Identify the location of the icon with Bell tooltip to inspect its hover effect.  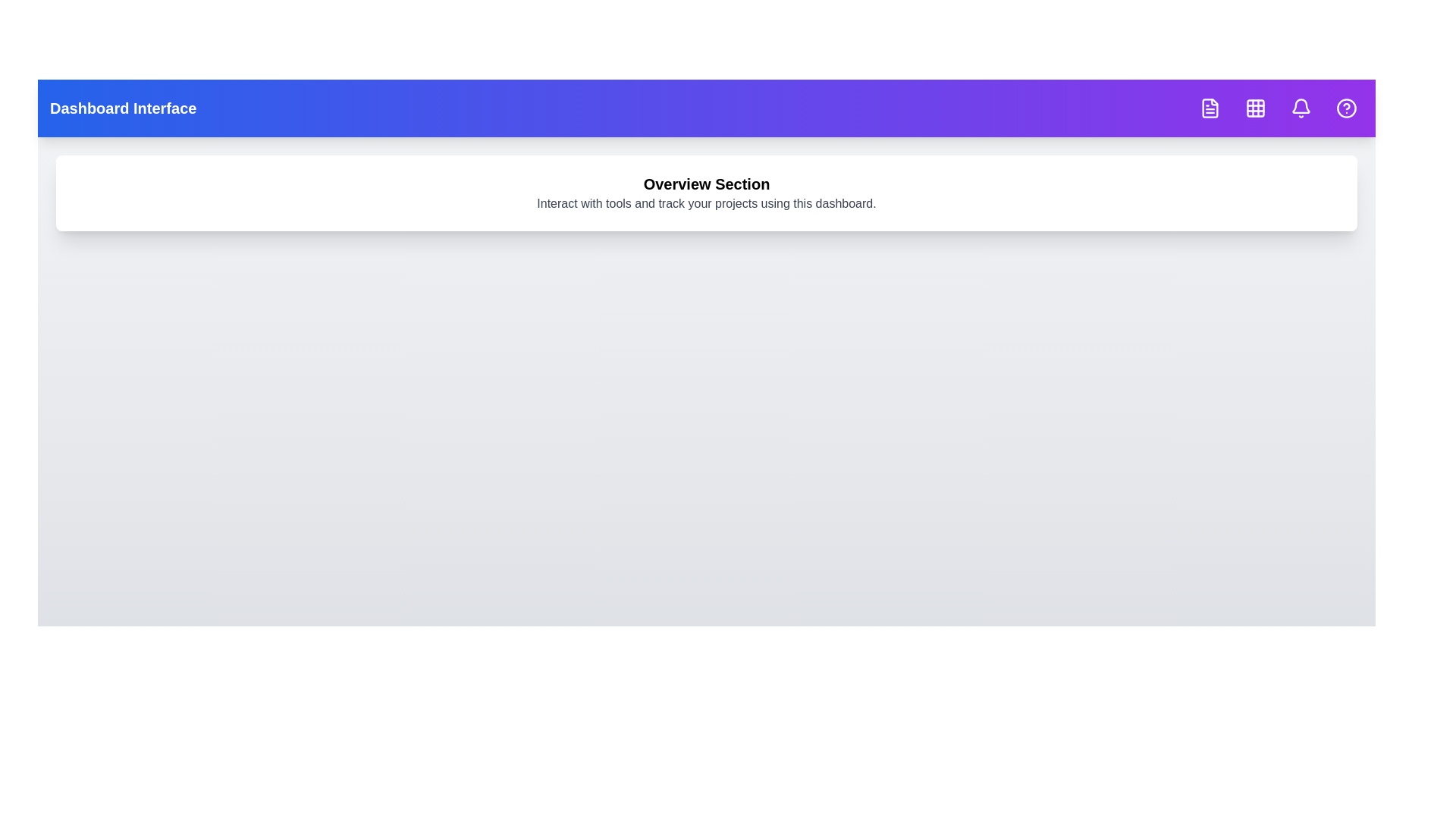
(1301, 107).